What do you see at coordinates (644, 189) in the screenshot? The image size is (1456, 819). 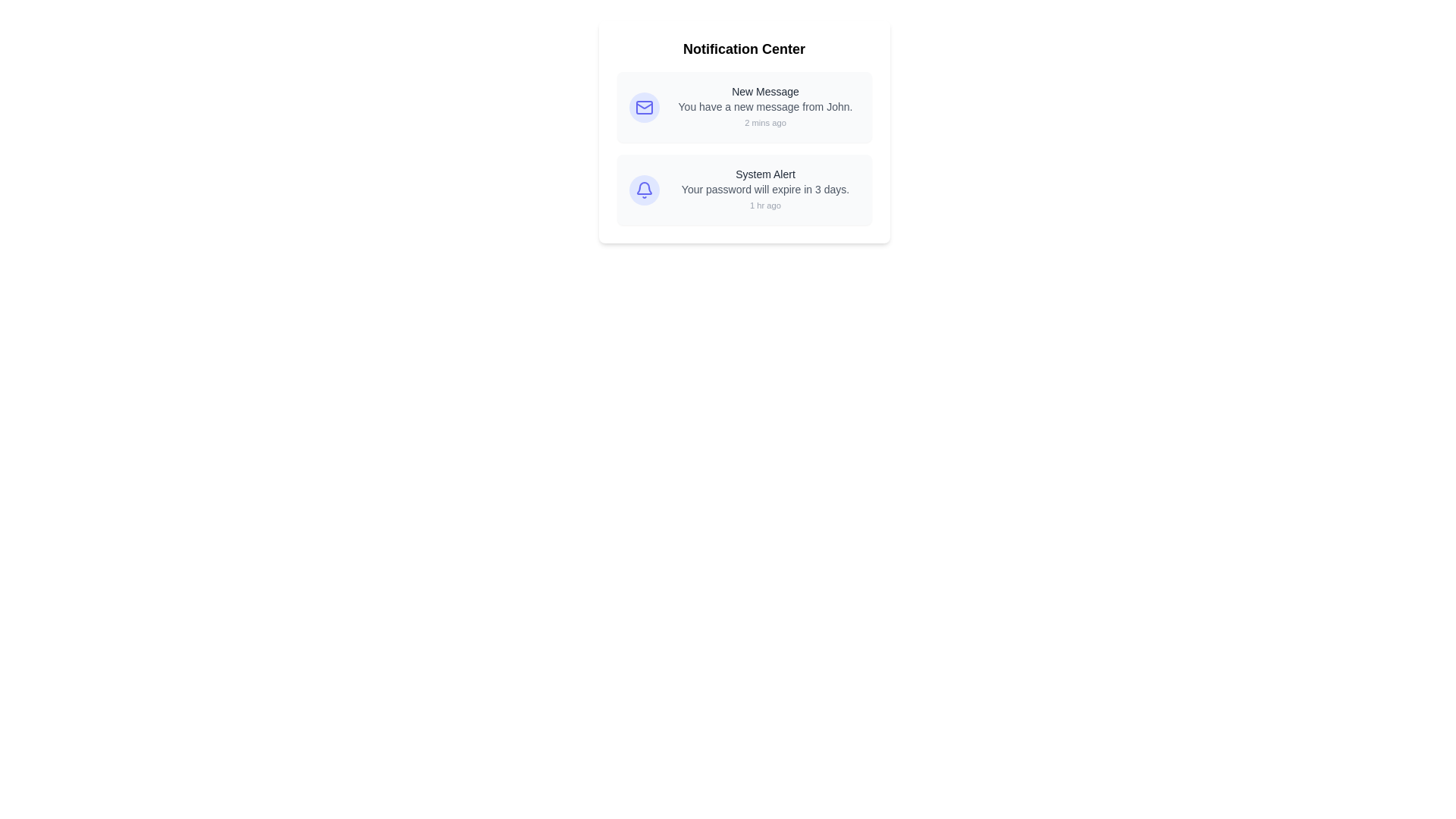 I see `the notification alert icon within the 'System Alert' card, which indicates a system message about password expiration` at bounding box center [644, 189].